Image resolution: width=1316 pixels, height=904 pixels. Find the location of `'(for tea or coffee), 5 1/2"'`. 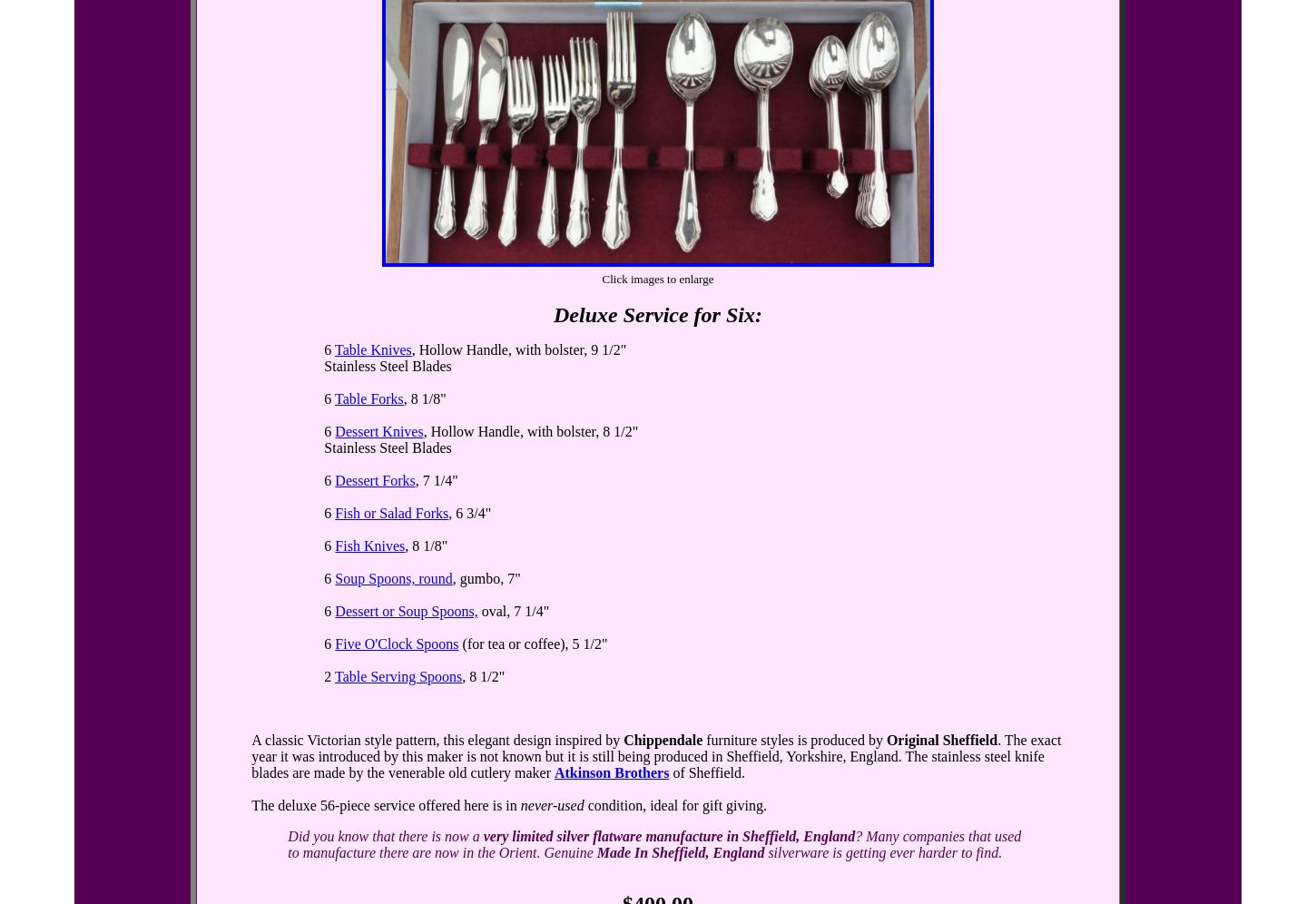

'(for tea or coffee), 5 1/2"' is located at coordinates (532, 643).